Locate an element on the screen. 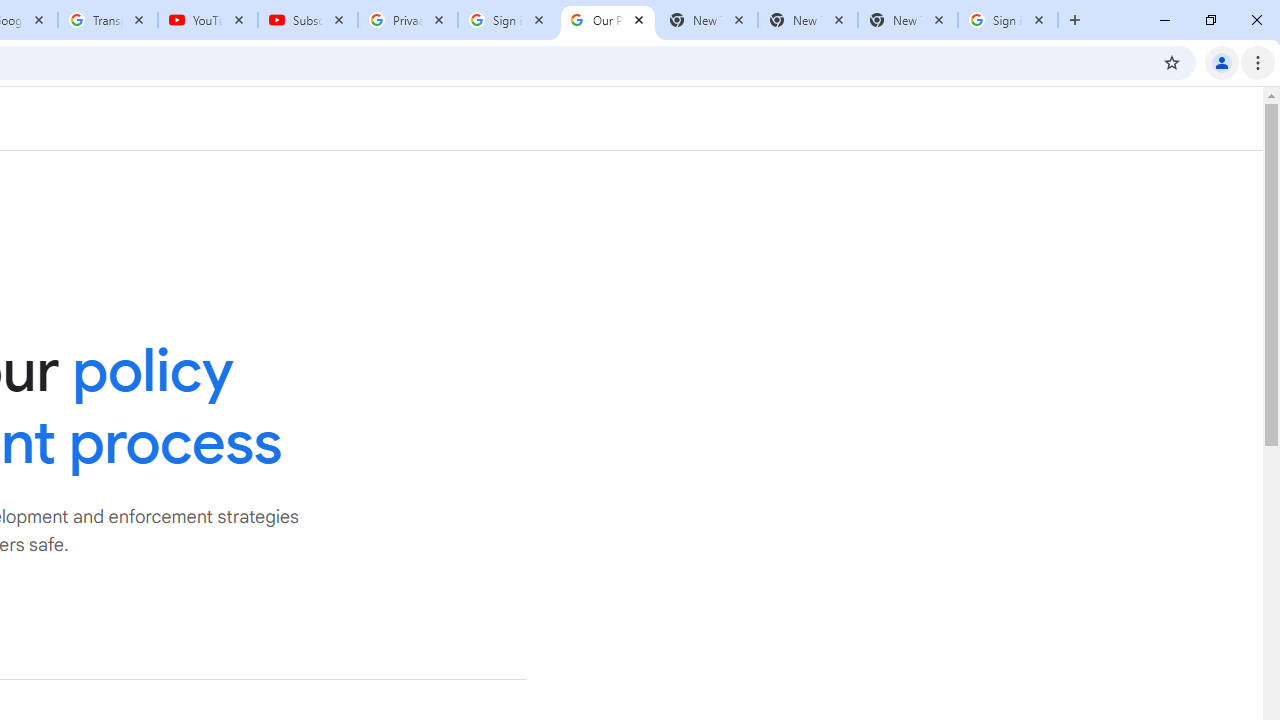  'YouTube' is located at coordinates (208, 20).